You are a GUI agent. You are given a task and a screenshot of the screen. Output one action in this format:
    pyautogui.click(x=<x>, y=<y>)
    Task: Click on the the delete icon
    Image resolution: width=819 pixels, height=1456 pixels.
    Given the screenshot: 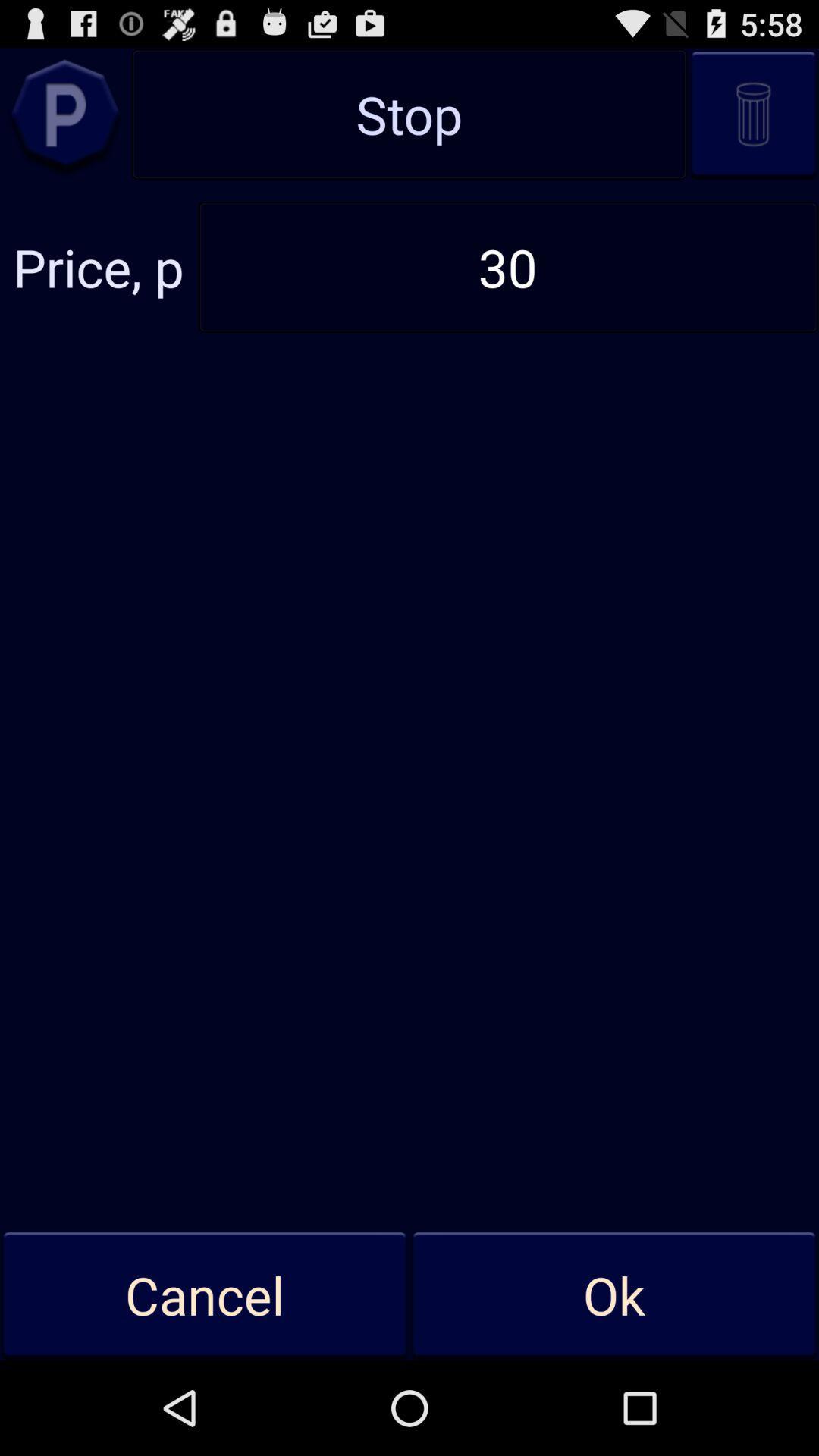 What is the action you would take?
    pyautogui.click(x=753, y=122)
    